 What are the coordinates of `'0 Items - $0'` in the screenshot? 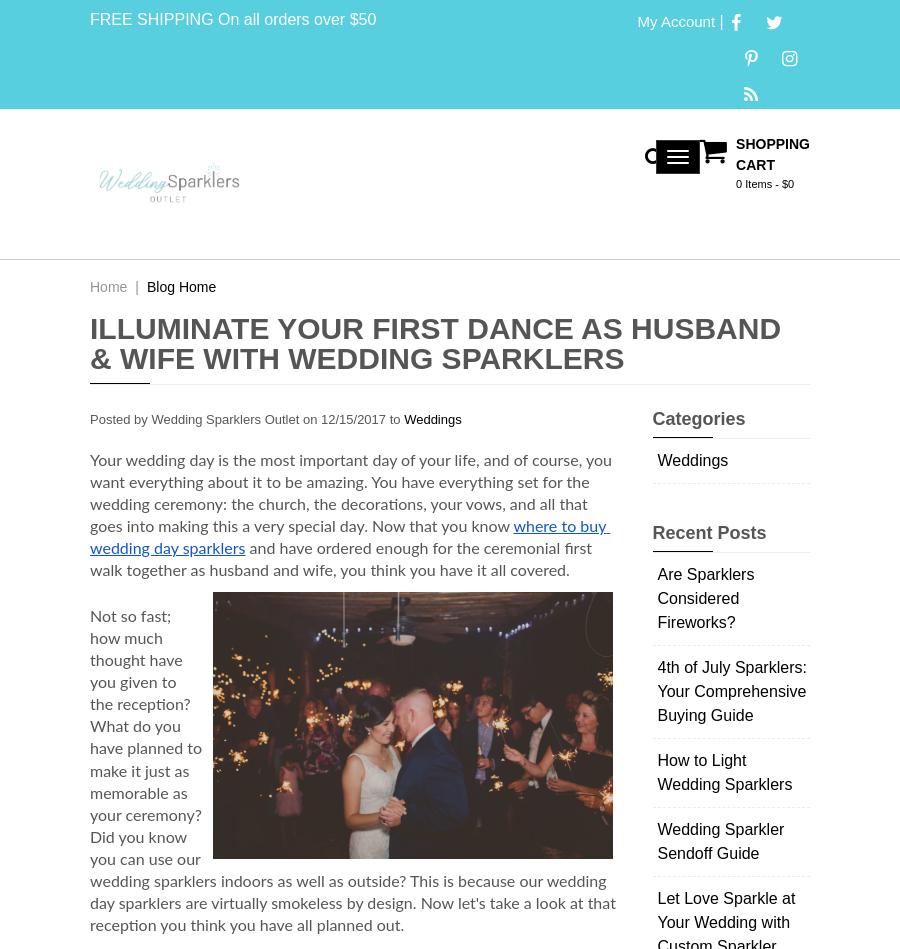 It's located at (764, 183).